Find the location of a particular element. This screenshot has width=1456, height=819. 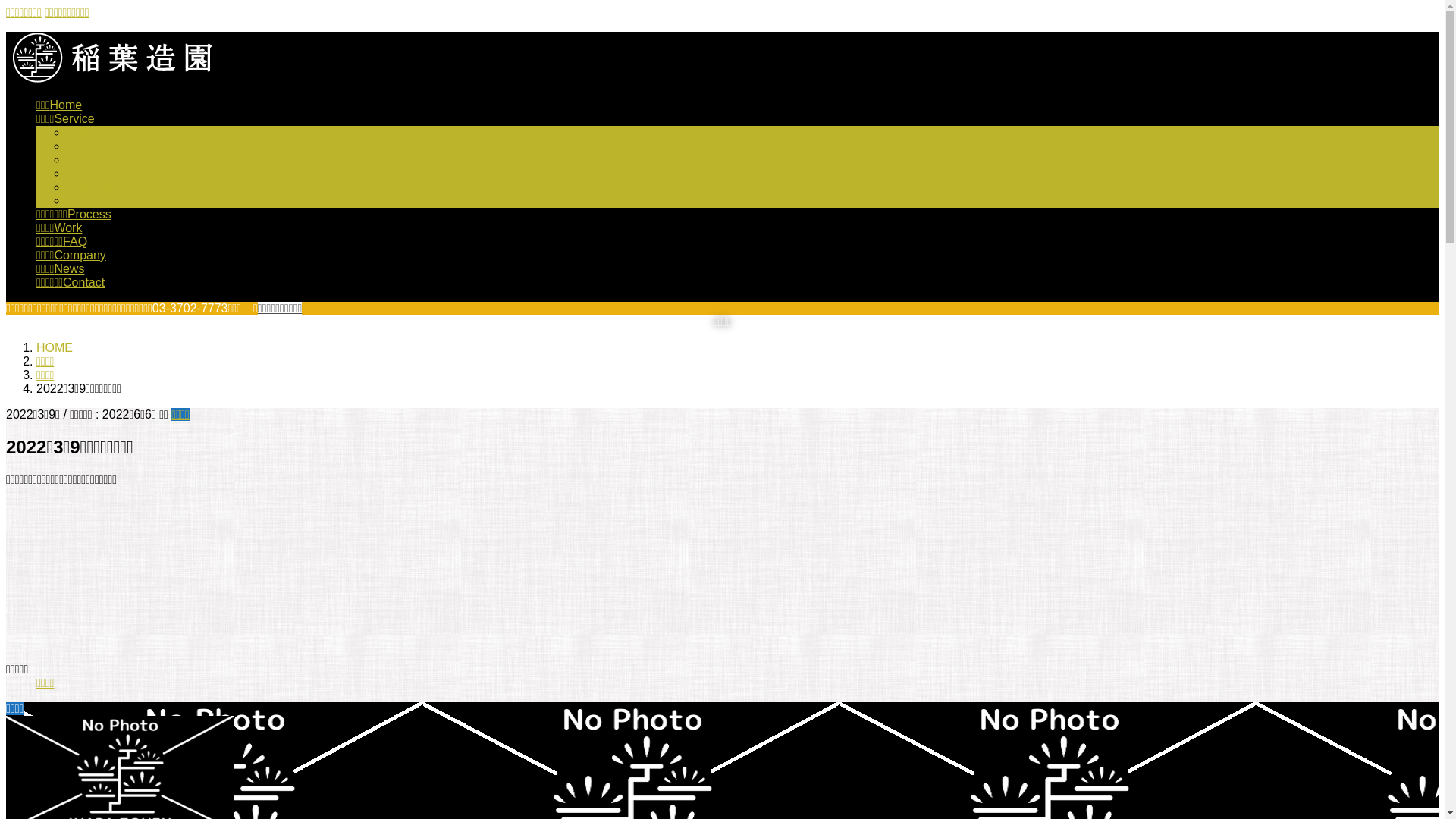

'HOME' is located at coordinates (36, 347).